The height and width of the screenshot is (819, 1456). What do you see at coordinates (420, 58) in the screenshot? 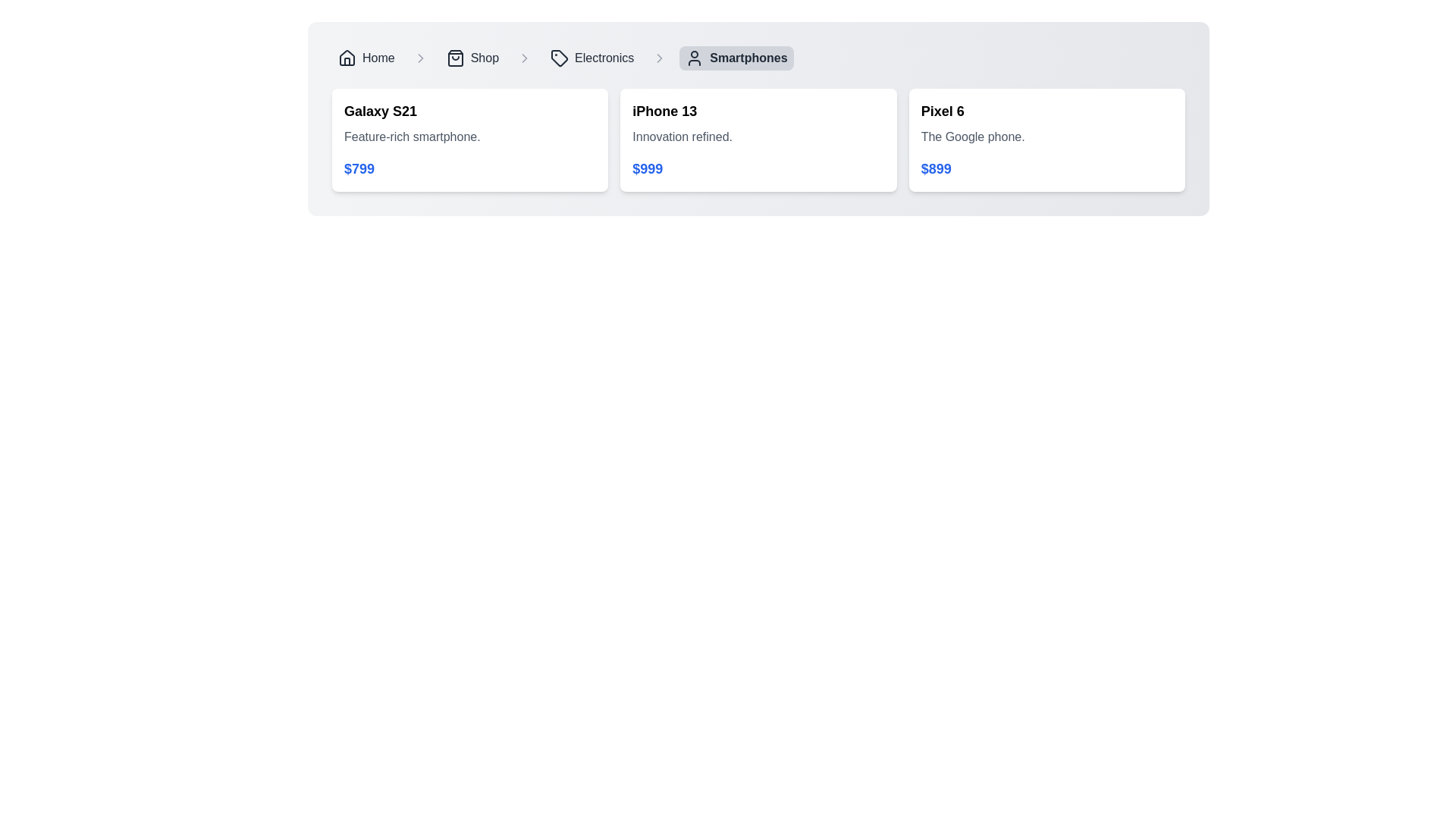
I see `the first chevron separator in the breadcrumb navigation bar, which visually represents a hierarchy between the 'Home' and 'Shop' labels` at bounding box center [420, 58].